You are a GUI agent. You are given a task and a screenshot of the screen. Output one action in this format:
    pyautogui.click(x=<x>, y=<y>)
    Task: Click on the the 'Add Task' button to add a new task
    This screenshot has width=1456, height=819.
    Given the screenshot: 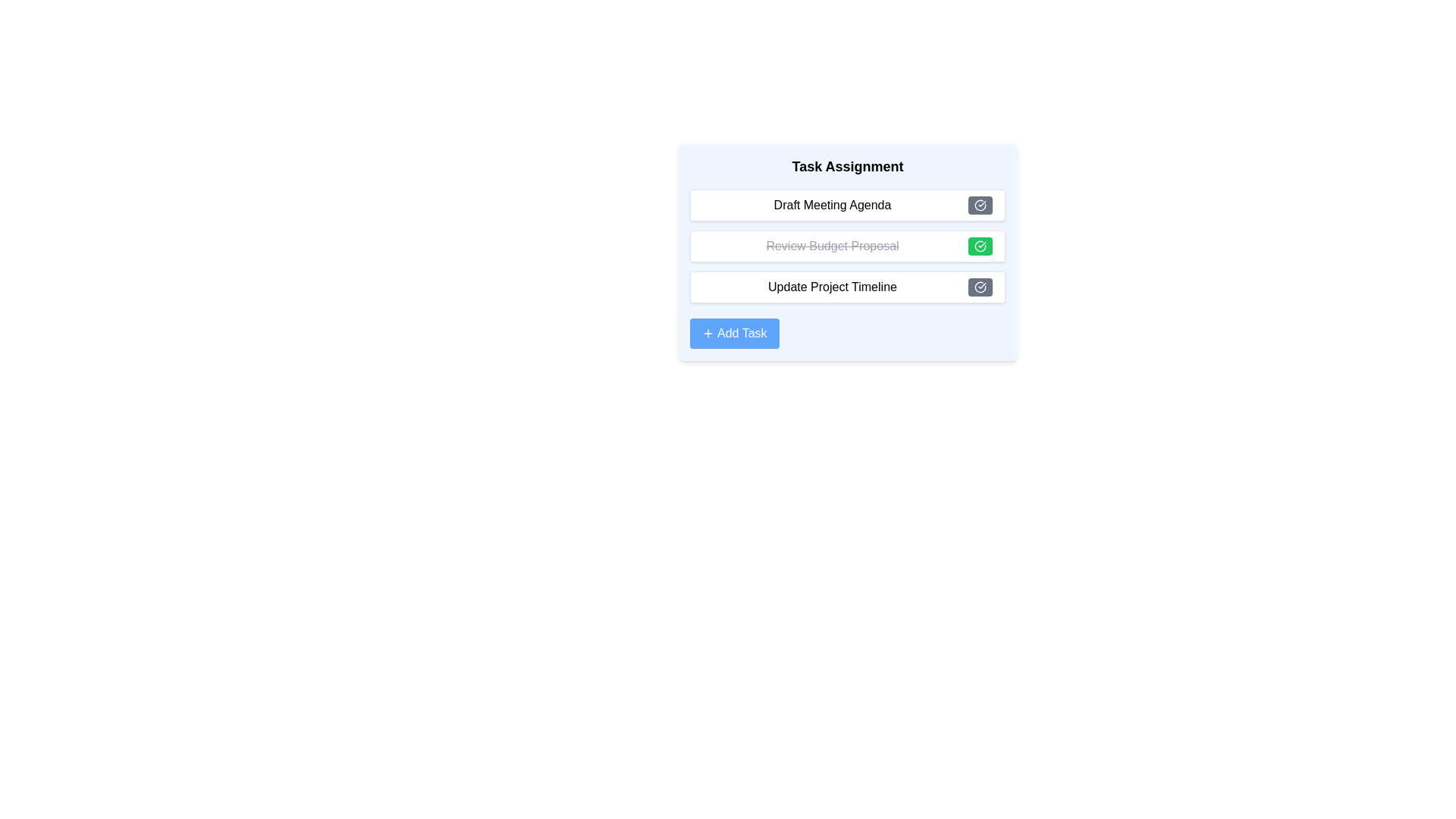 What is the action you would take?
    pyautogui.click(x=734, y=332)
    